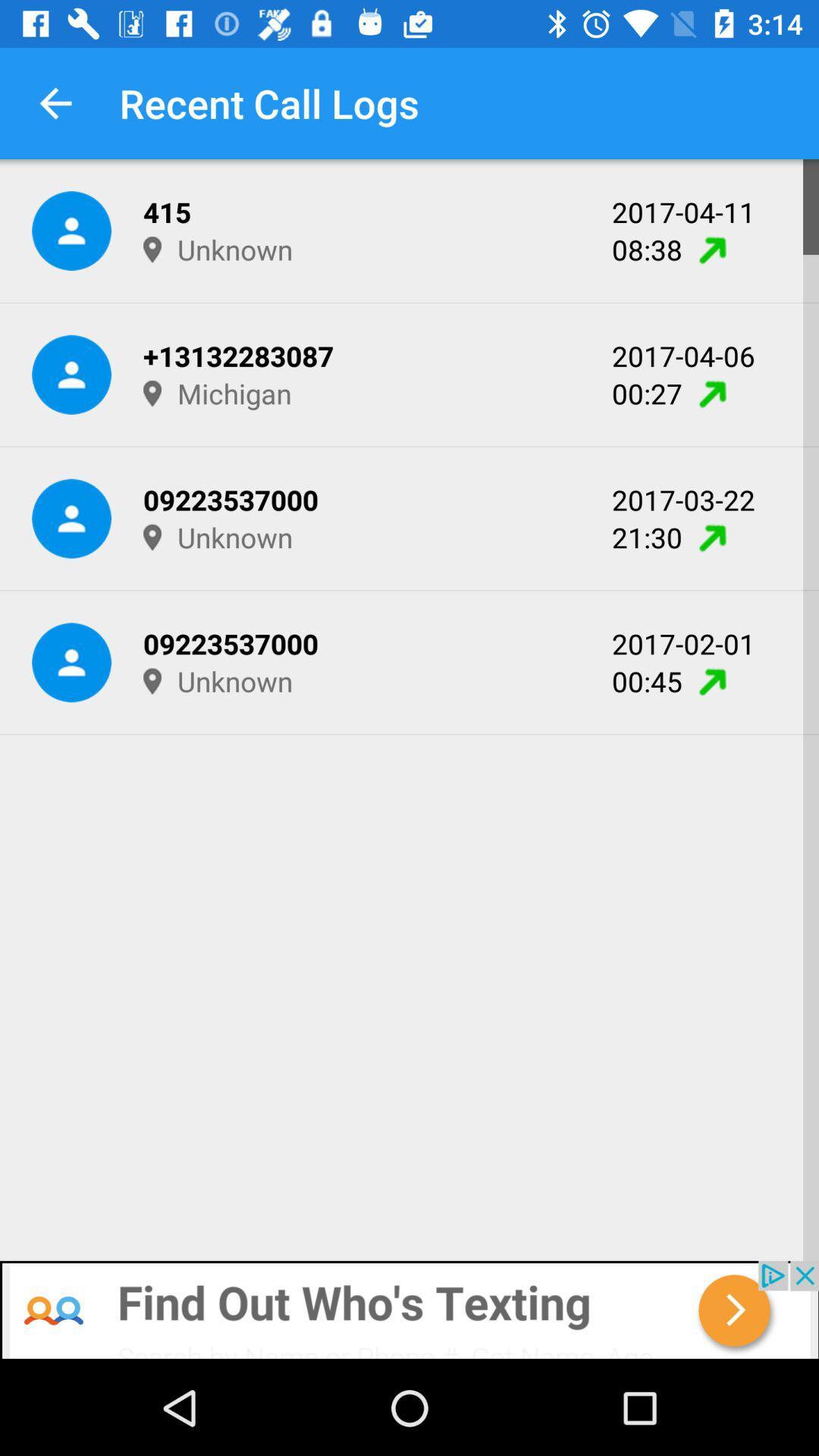  Describe the element at coordinates (409, 1310) in the screenshot. I see `see advertisement` at that location.